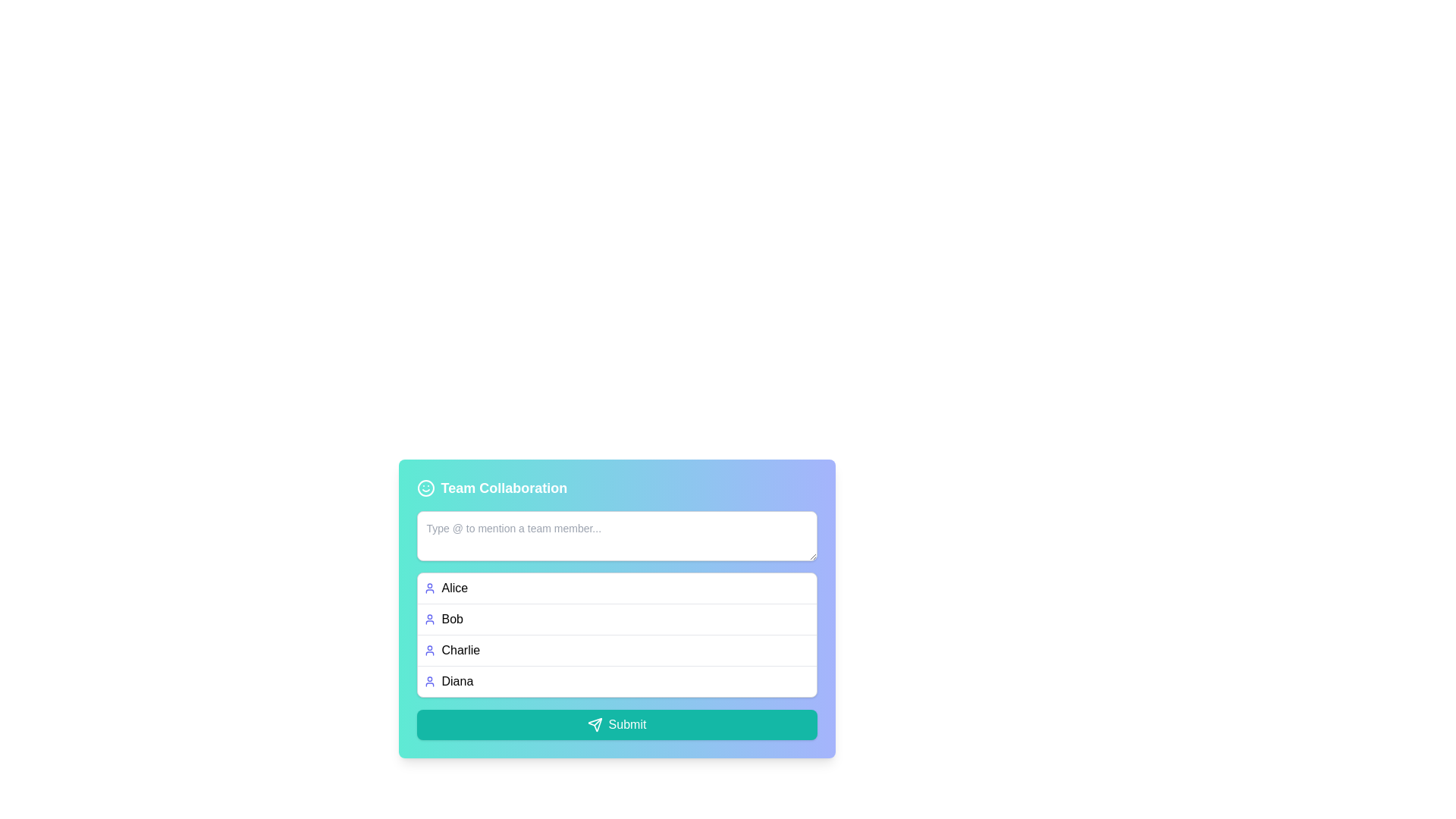 The width and height of the screenshot is (1456, 819). What do you see at coordinates (617, 607) in the screenshot?
I see `the list item containing the name 'Bob'` at bounding box center [617, 607].